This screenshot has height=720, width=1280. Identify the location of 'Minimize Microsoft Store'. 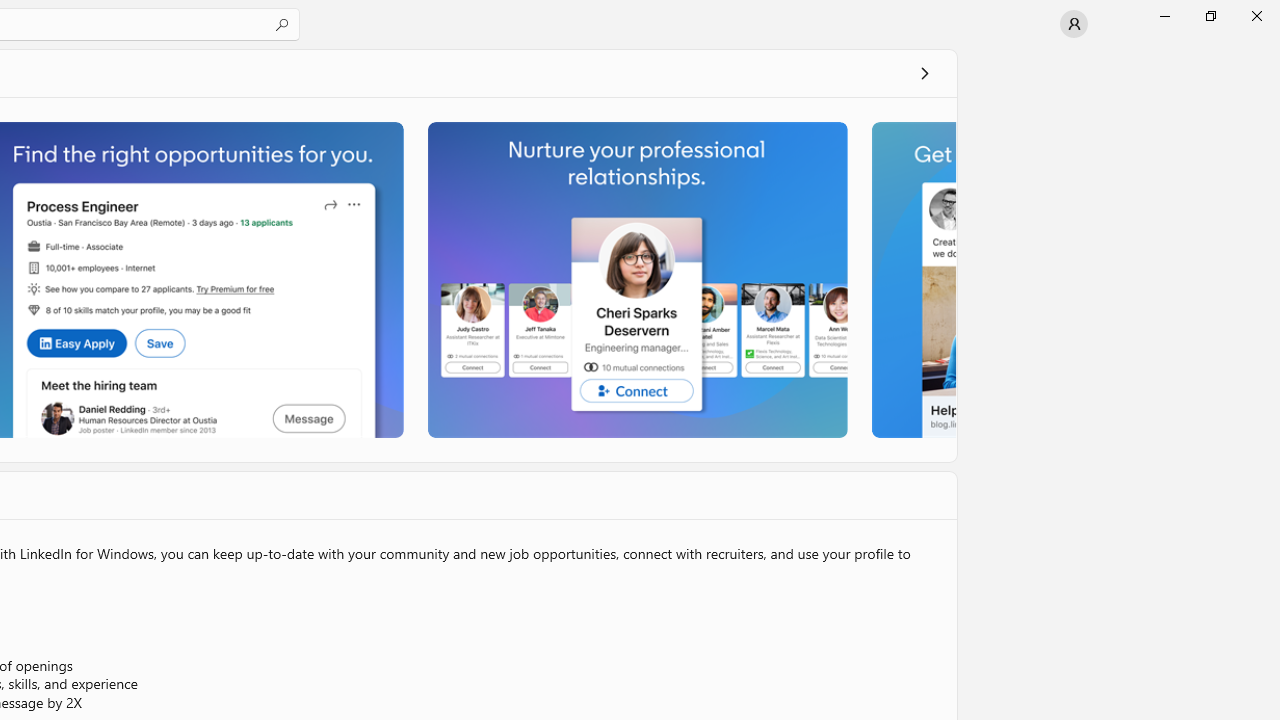
(1164, 15).